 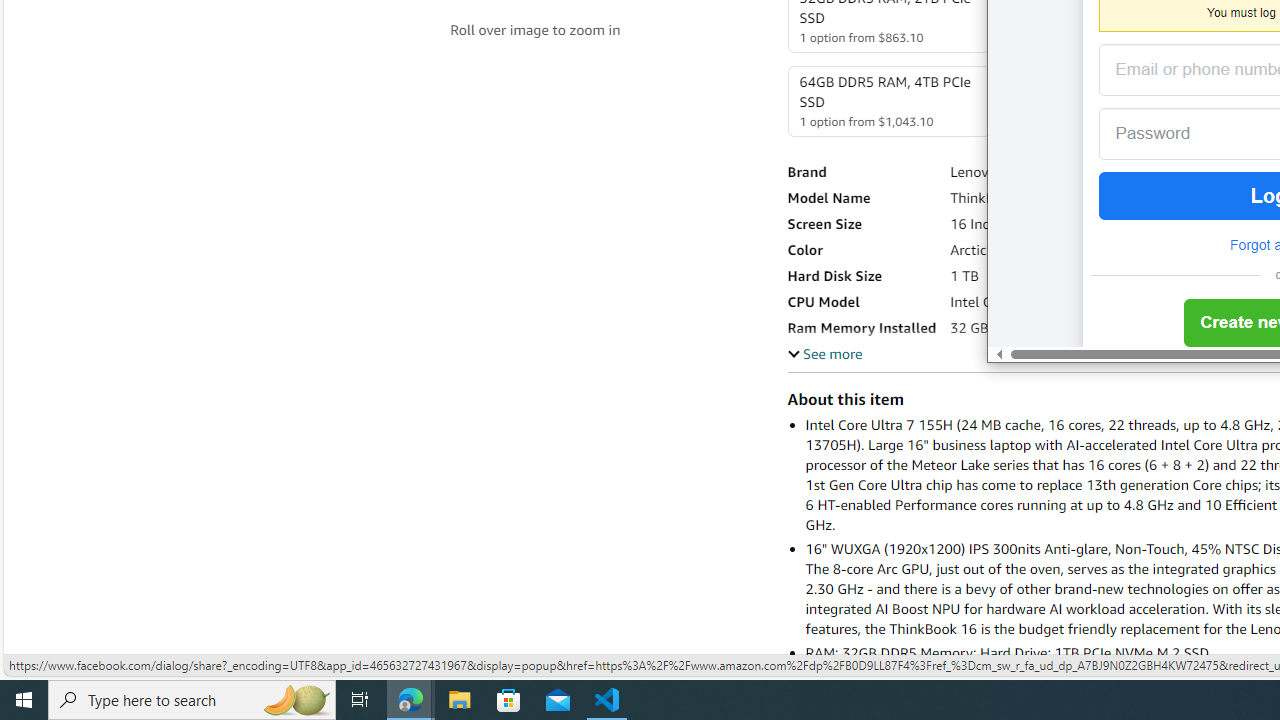 I want to click on 'Microsoft Store', so click(x=509, y=698).